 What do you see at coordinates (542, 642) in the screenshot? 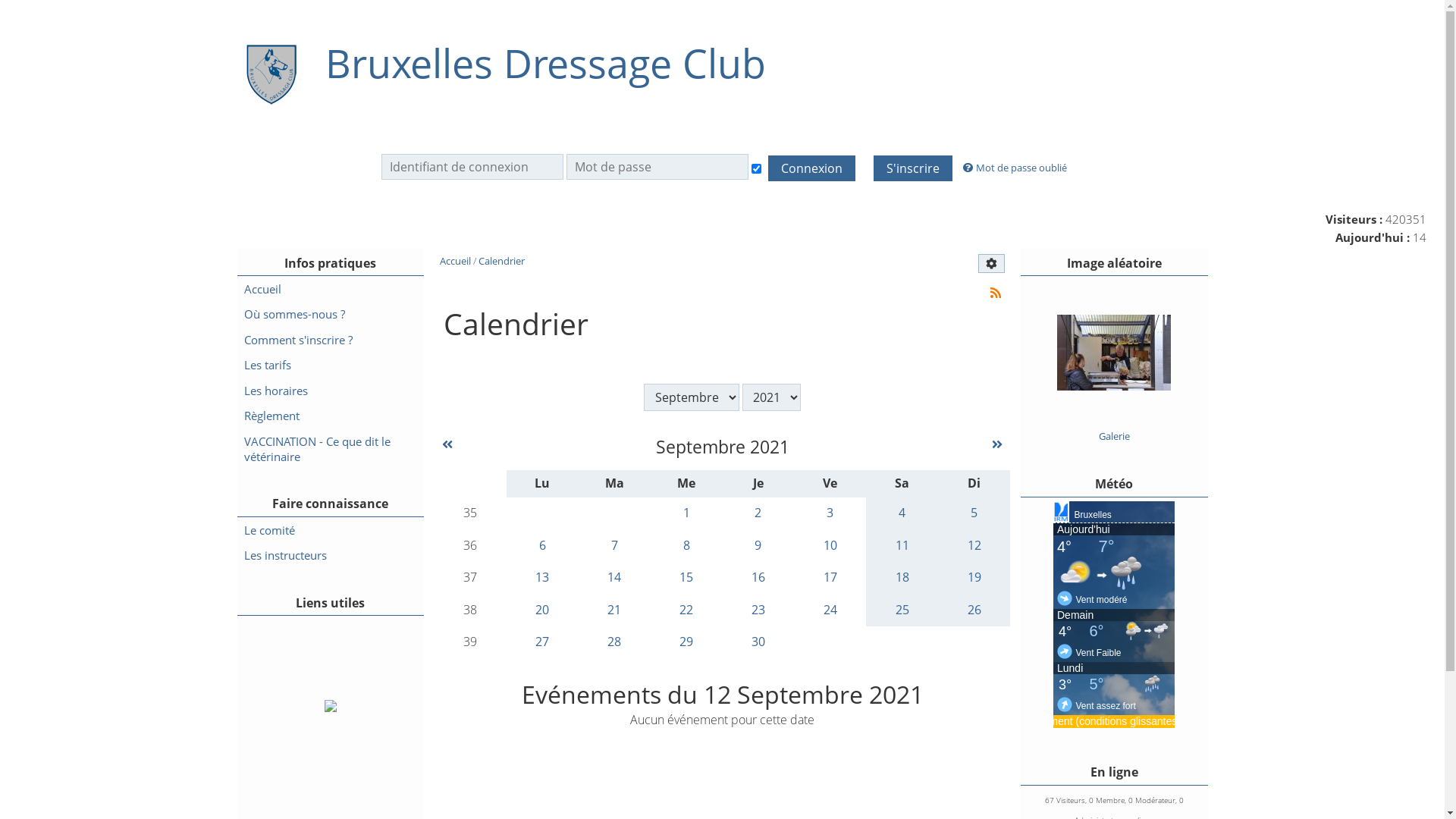
I see `'27'` at bounding box center [542, 642].